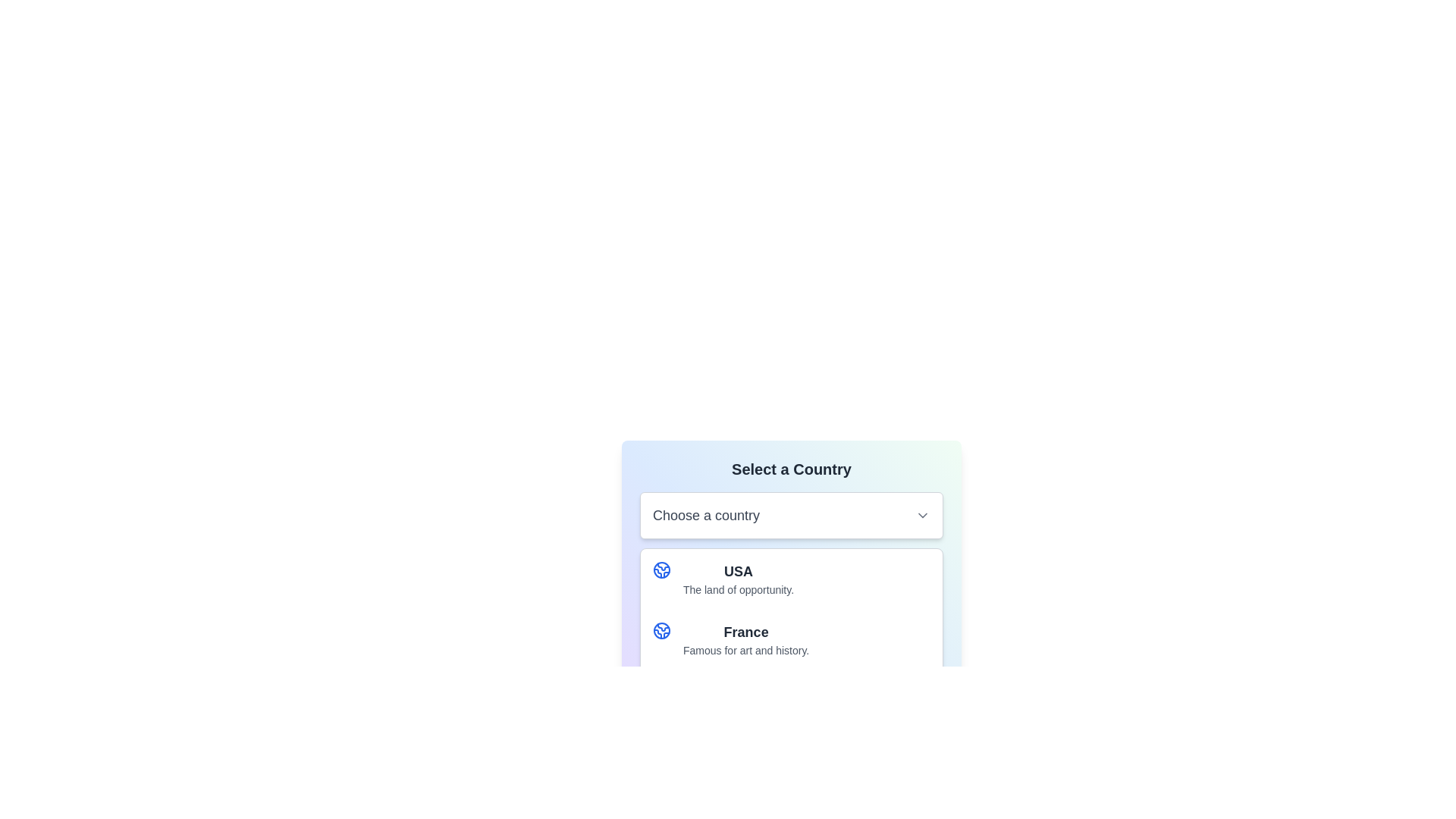 This screenshot has width=1456, height=819. What do you see at coordinates (922, 514) in the screenshot?
I see `the downward-pointing chevron icon styled in gray, located at the right side of the input box labeled 'Choose a country'` at bounding box center [922, 514].